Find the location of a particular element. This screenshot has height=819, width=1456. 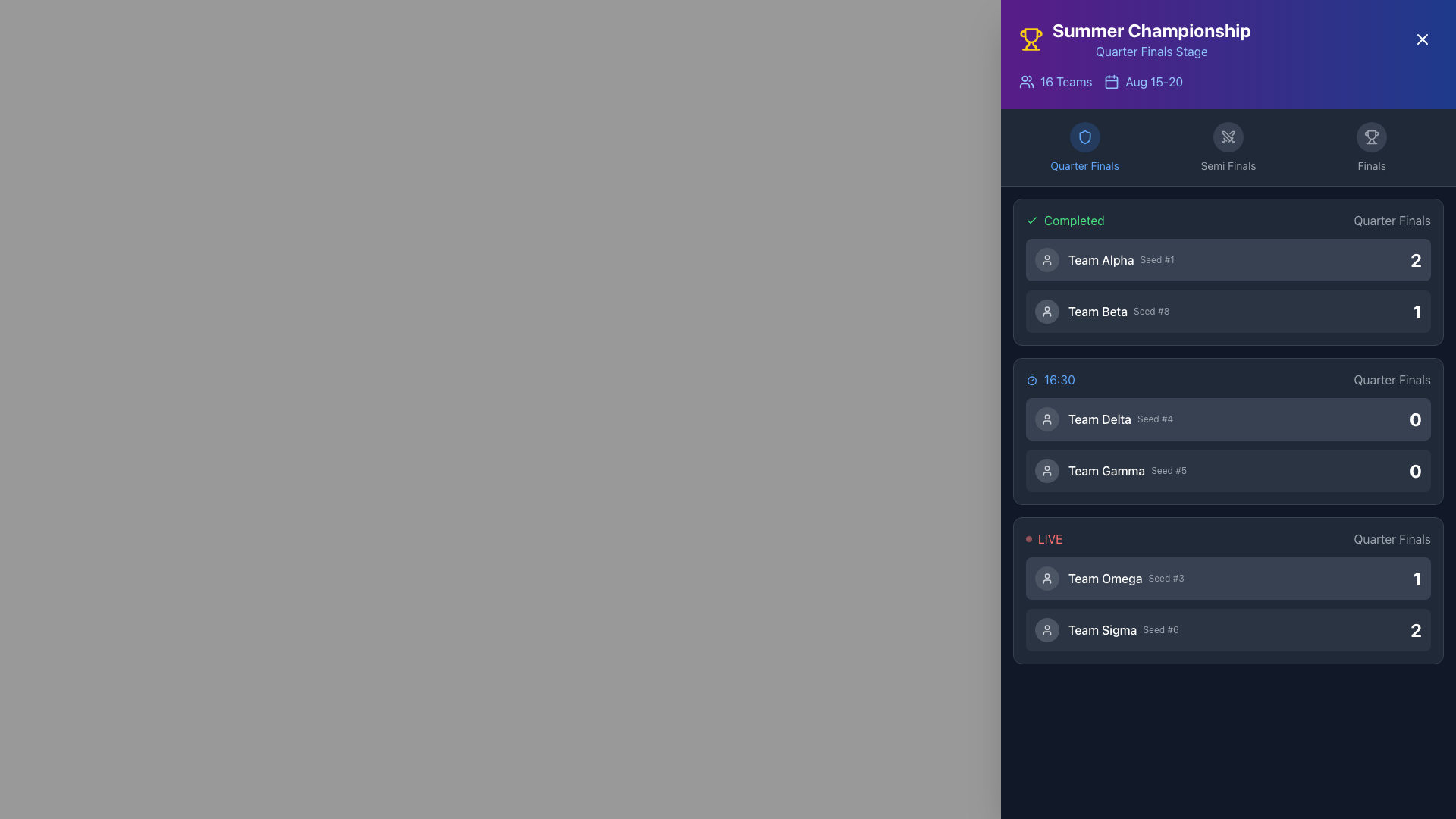

the 'Team Beta Seed #8' text block, which features a bold white heading 'Team Beta' and a subheading 'Seed #8', located in the second card of the 'Completed' section is located at coordinates (1102, 311).